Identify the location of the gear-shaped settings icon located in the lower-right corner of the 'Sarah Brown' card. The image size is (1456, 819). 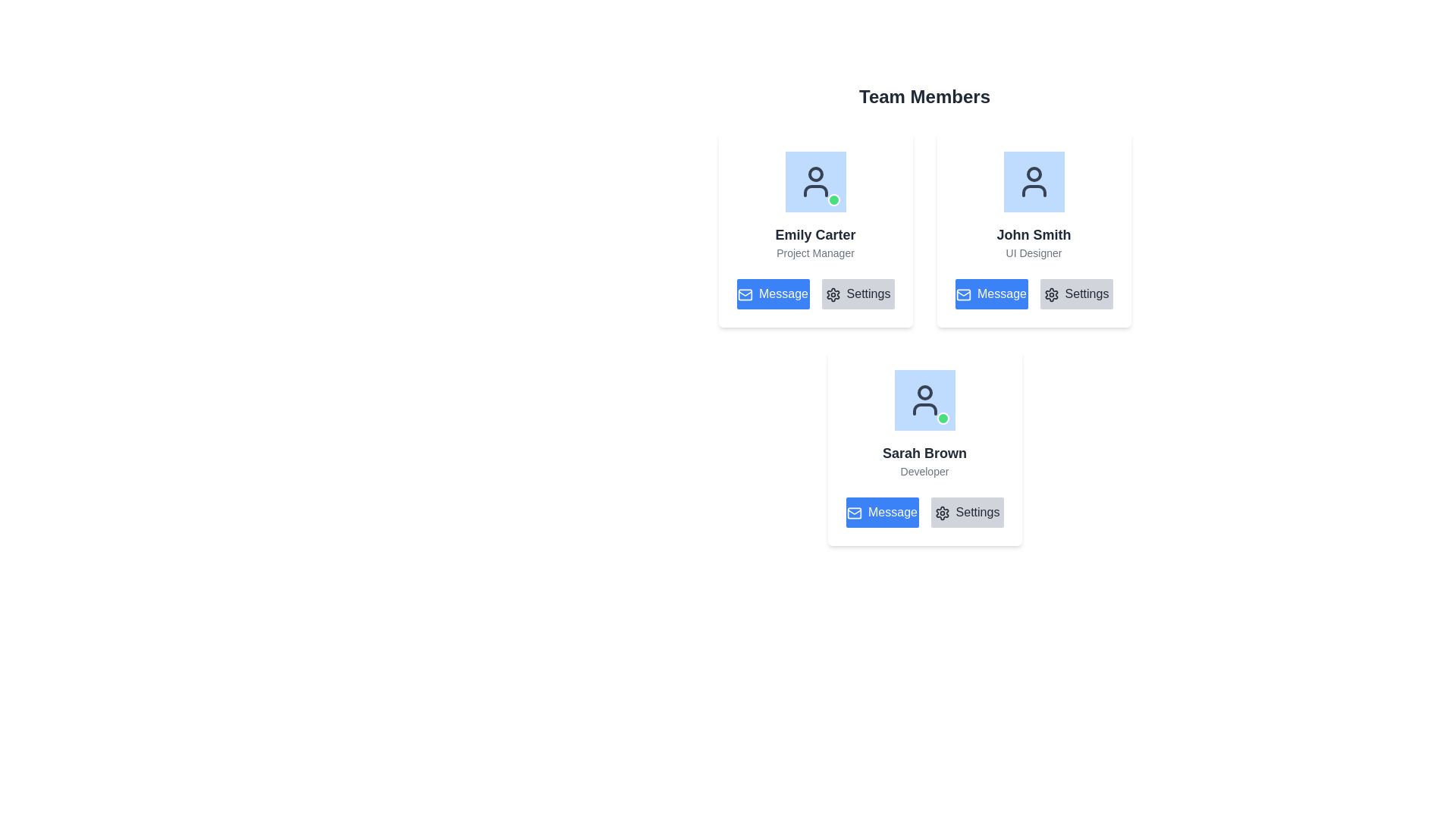
(941, 512).